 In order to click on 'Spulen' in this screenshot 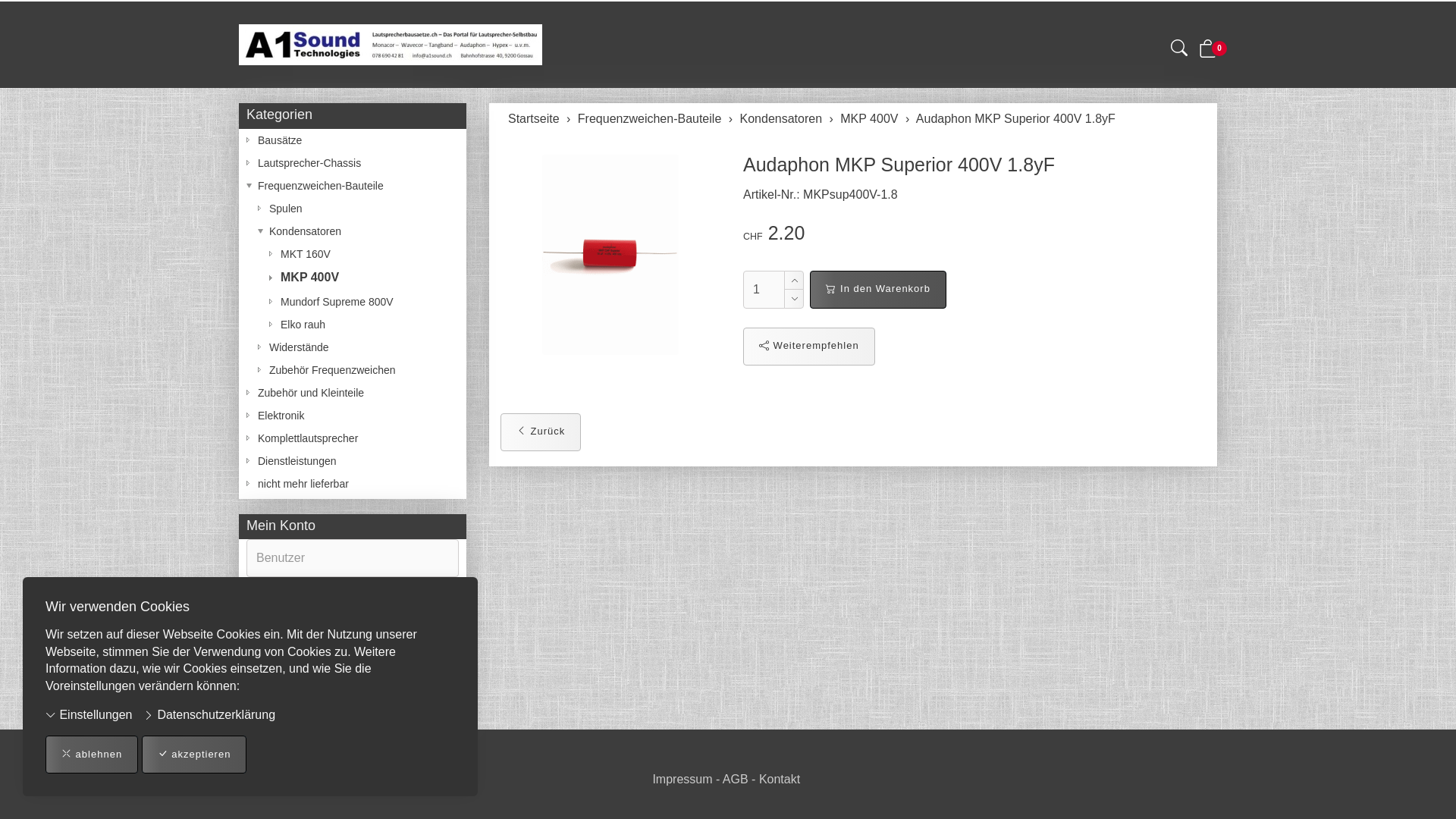, I will do `click(352, 208)`.